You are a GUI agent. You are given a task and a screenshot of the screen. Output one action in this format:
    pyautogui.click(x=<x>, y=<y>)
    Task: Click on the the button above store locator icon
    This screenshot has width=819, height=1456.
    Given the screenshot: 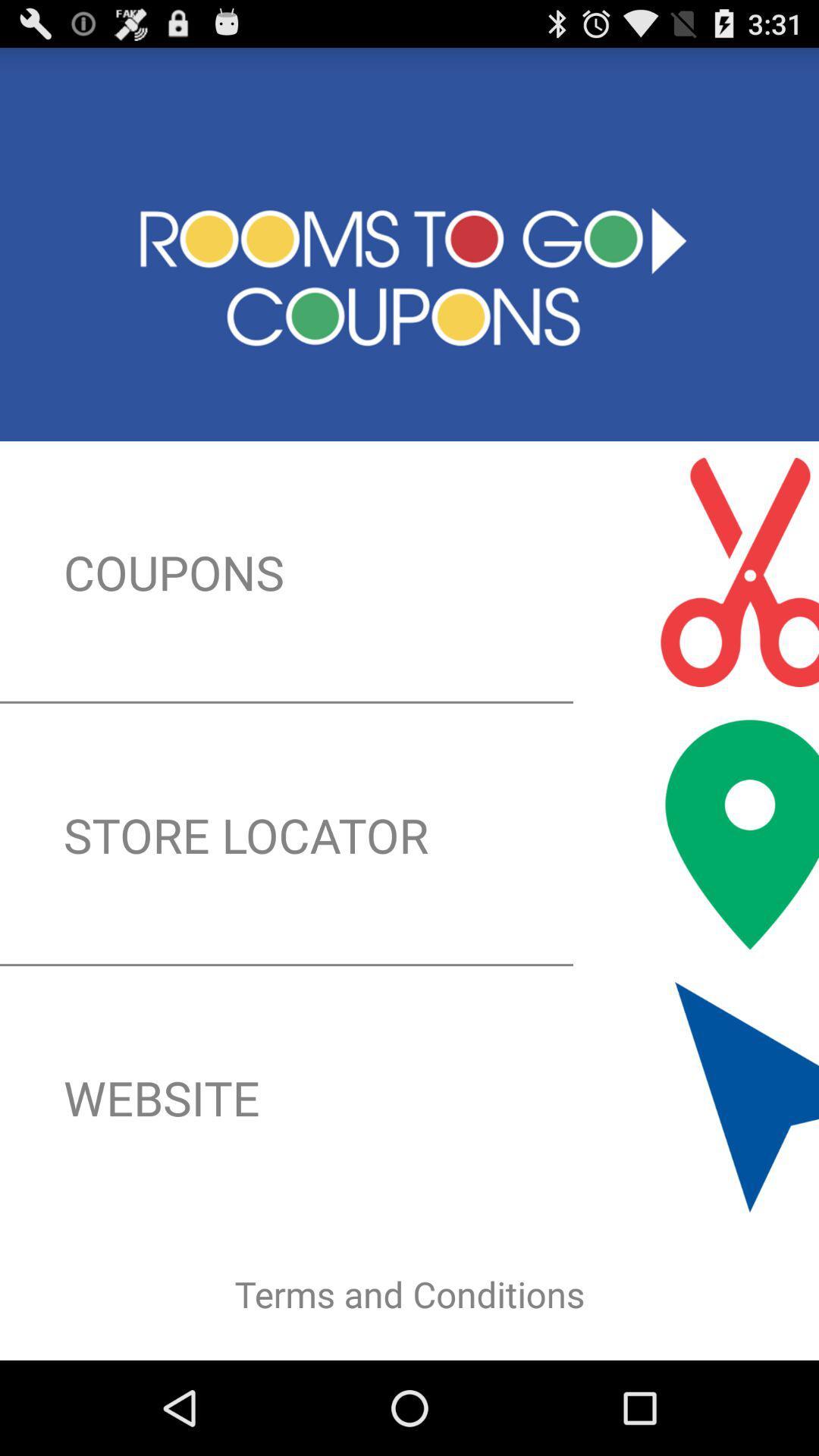 What is the action you would take?
    pyautogui.click(x=409, y=571)
    